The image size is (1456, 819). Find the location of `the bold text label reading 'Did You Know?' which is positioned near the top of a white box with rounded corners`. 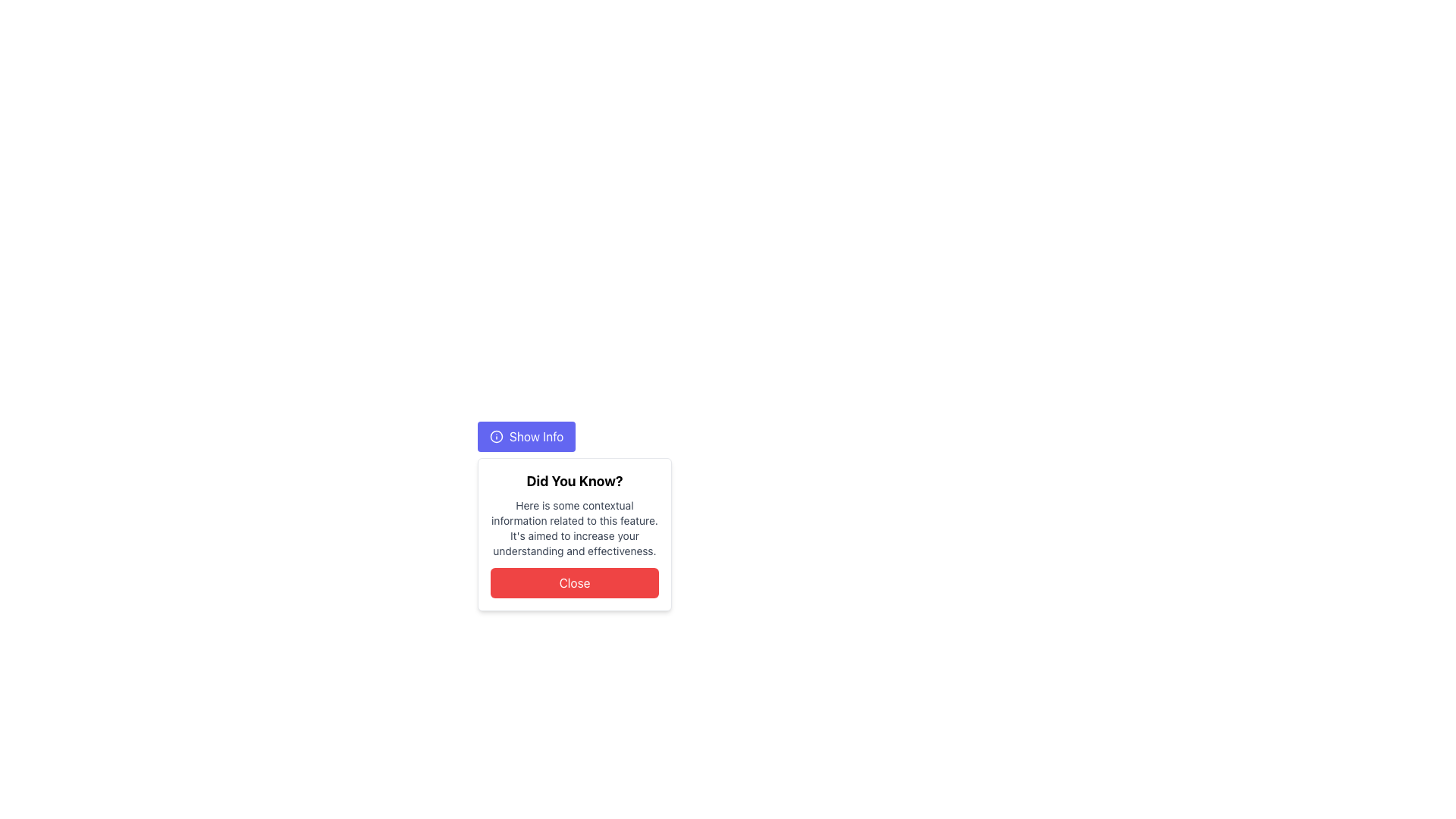

the bold text label reading 'Did You Know?' which is positioned near the top of a white box with rounded corners is located at coordinates (574, 482).